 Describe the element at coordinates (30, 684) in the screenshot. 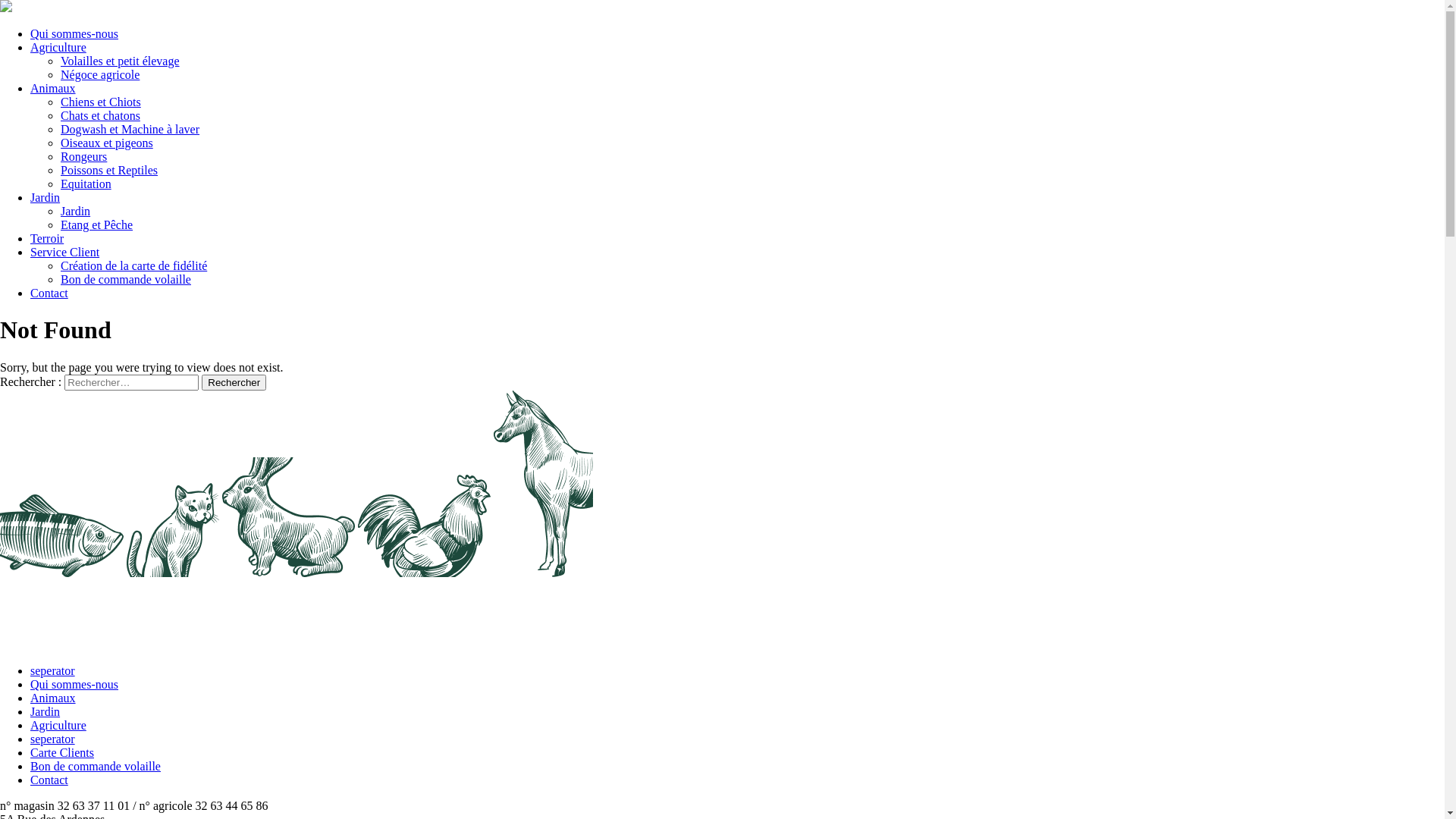

I see `'Qui sommes-nous'` at that location.